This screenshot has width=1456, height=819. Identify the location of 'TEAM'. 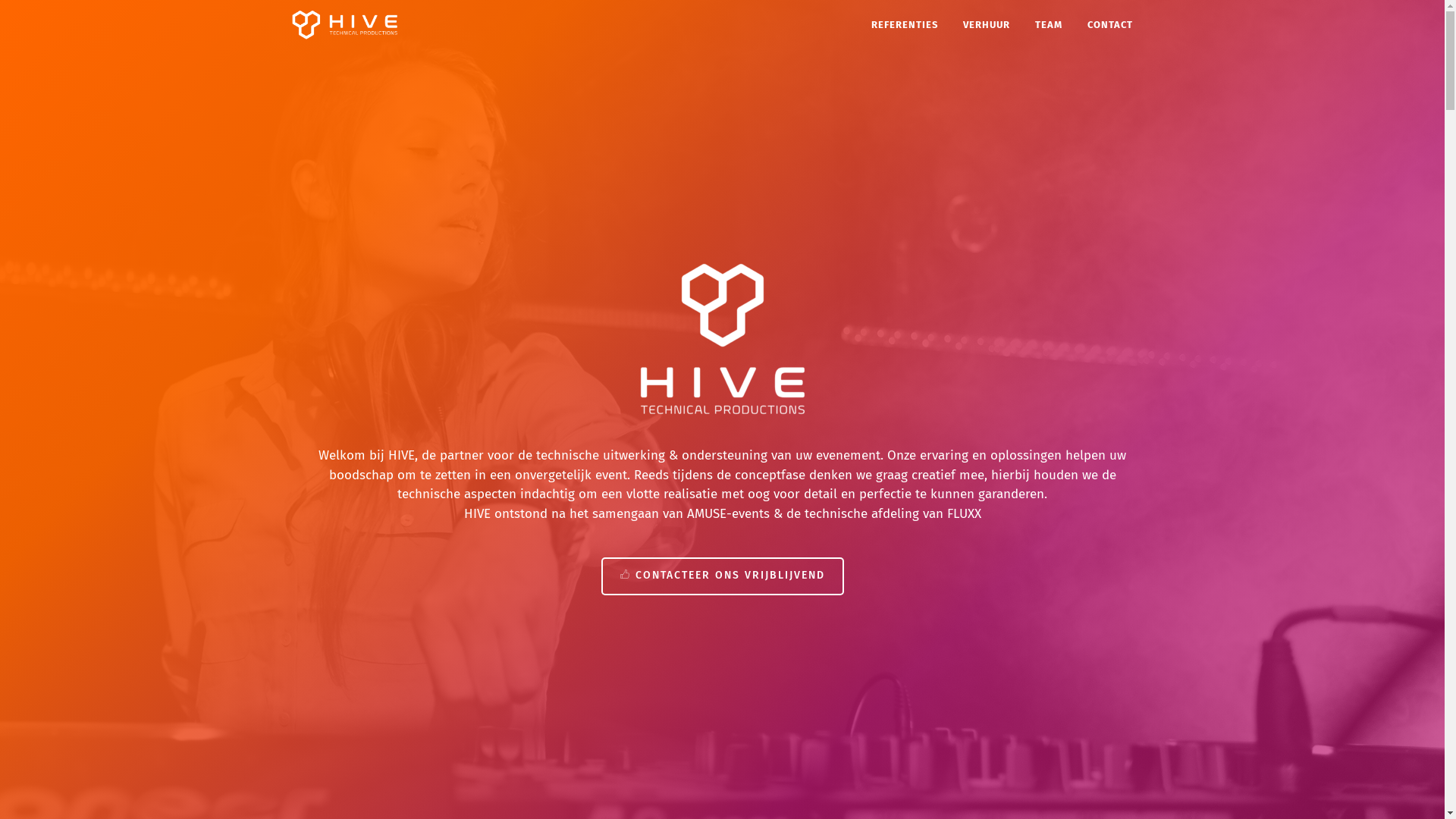
(1047, 24).